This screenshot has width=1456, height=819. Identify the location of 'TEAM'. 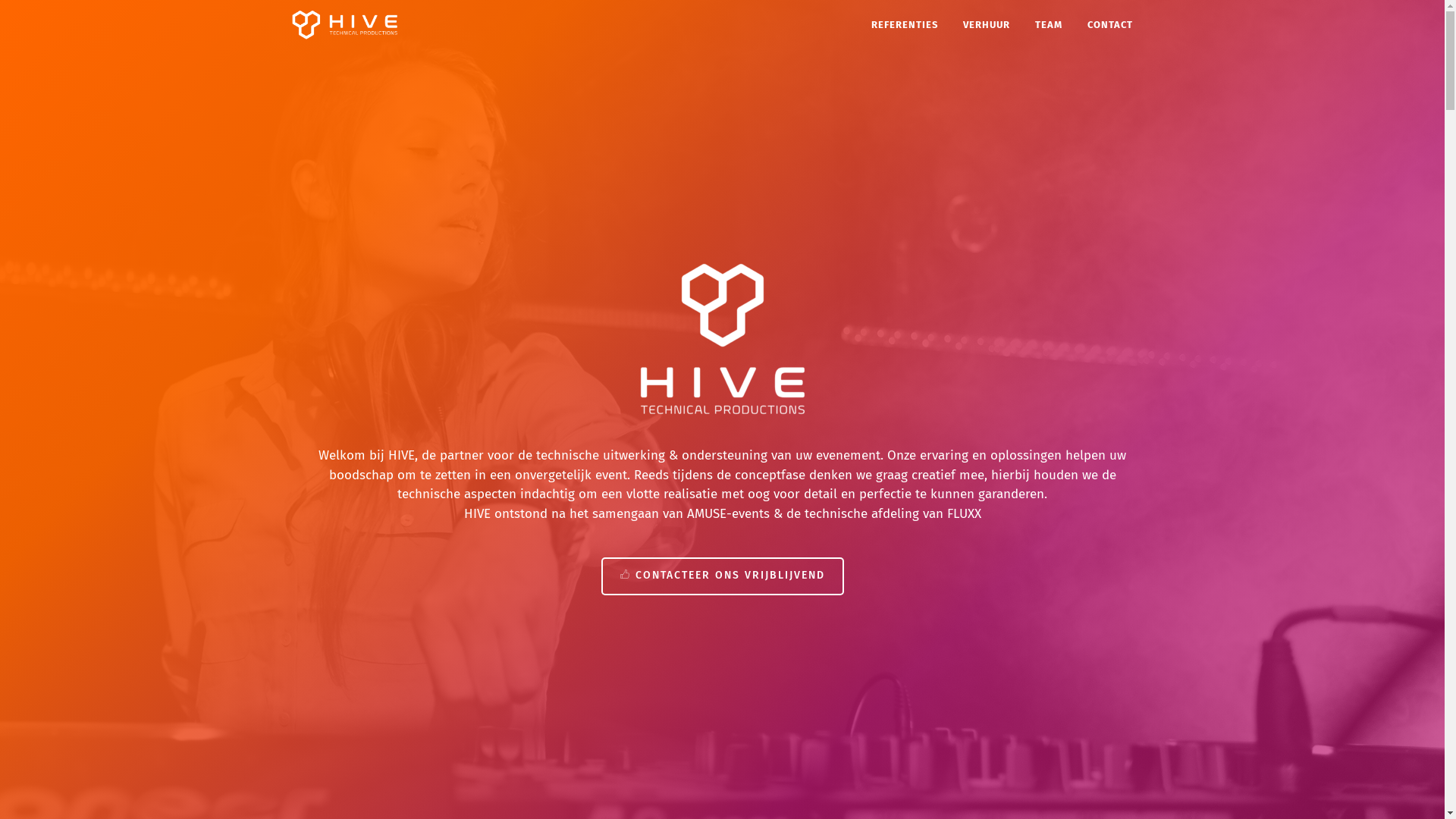
(1047, 24).